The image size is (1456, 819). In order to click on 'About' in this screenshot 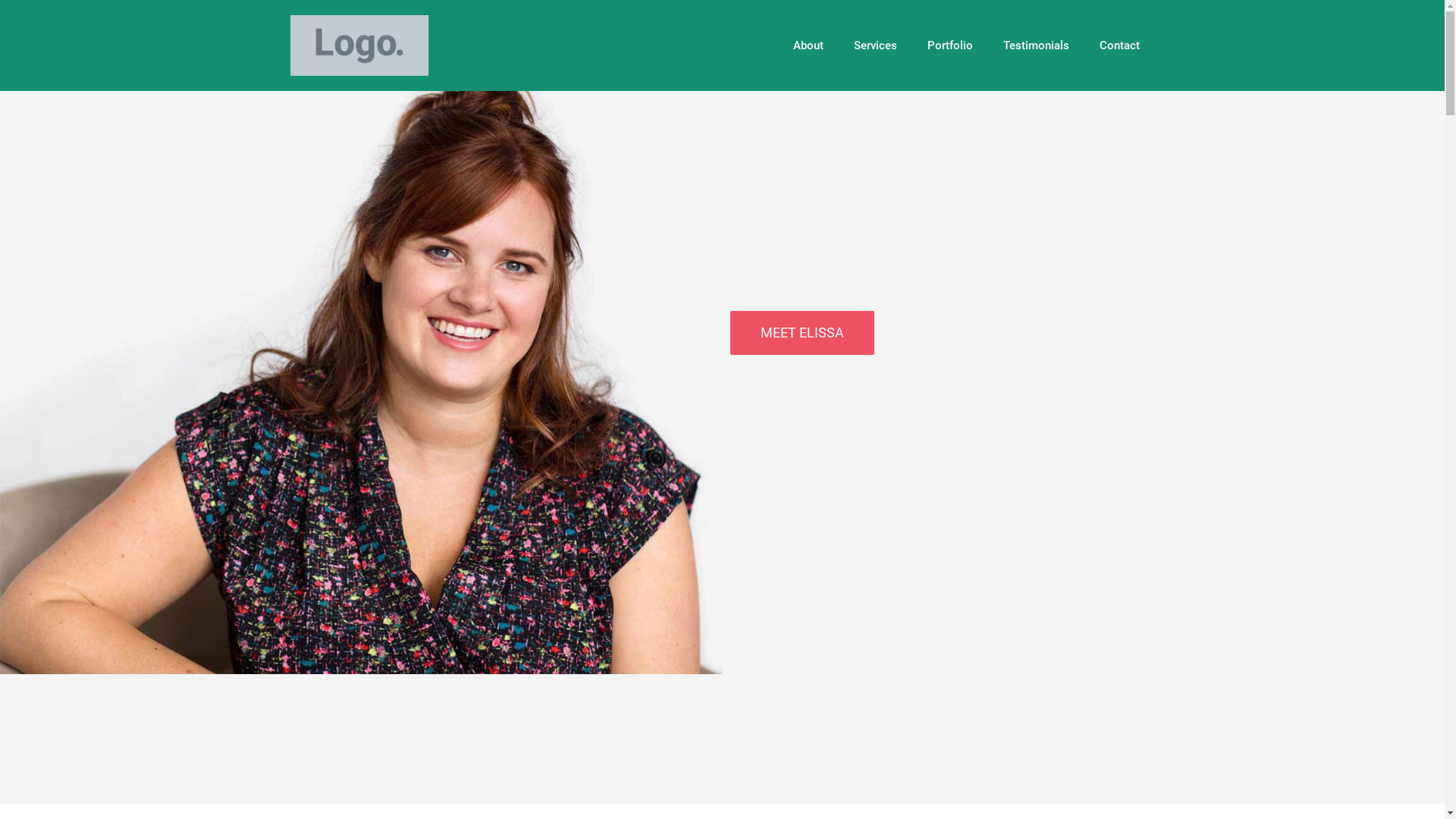, I will do `click(807, 45)`.